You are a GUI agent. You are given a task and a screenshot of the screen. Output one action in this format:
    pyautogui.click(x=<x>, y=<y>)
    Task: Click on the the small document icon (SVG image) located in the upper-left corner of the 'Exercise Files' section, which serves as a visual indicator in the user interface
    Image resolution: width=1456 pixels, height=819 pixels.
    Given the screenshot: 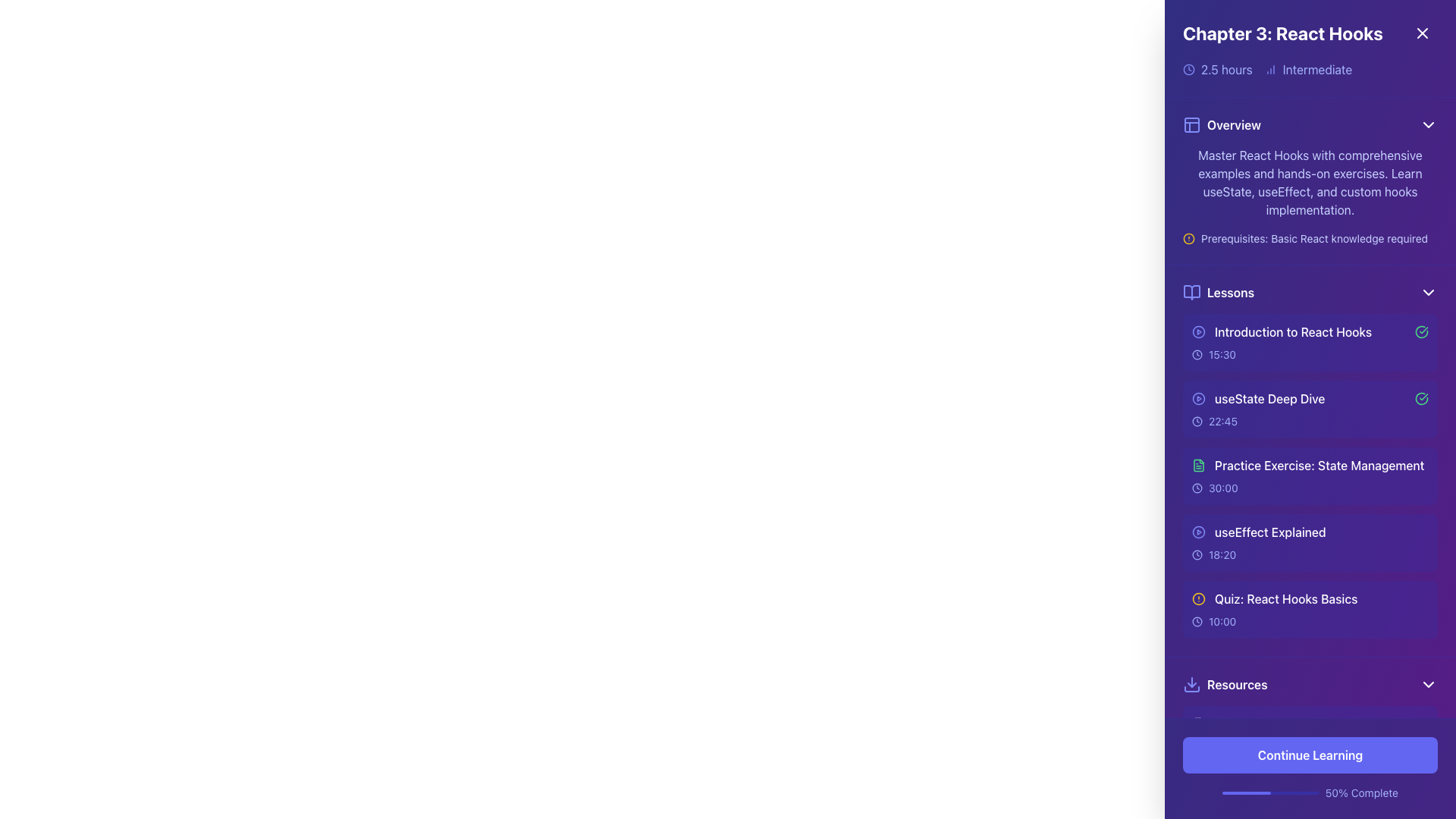 What is the action you would take?
    pyautogui.click(x=1197, y=769)
    